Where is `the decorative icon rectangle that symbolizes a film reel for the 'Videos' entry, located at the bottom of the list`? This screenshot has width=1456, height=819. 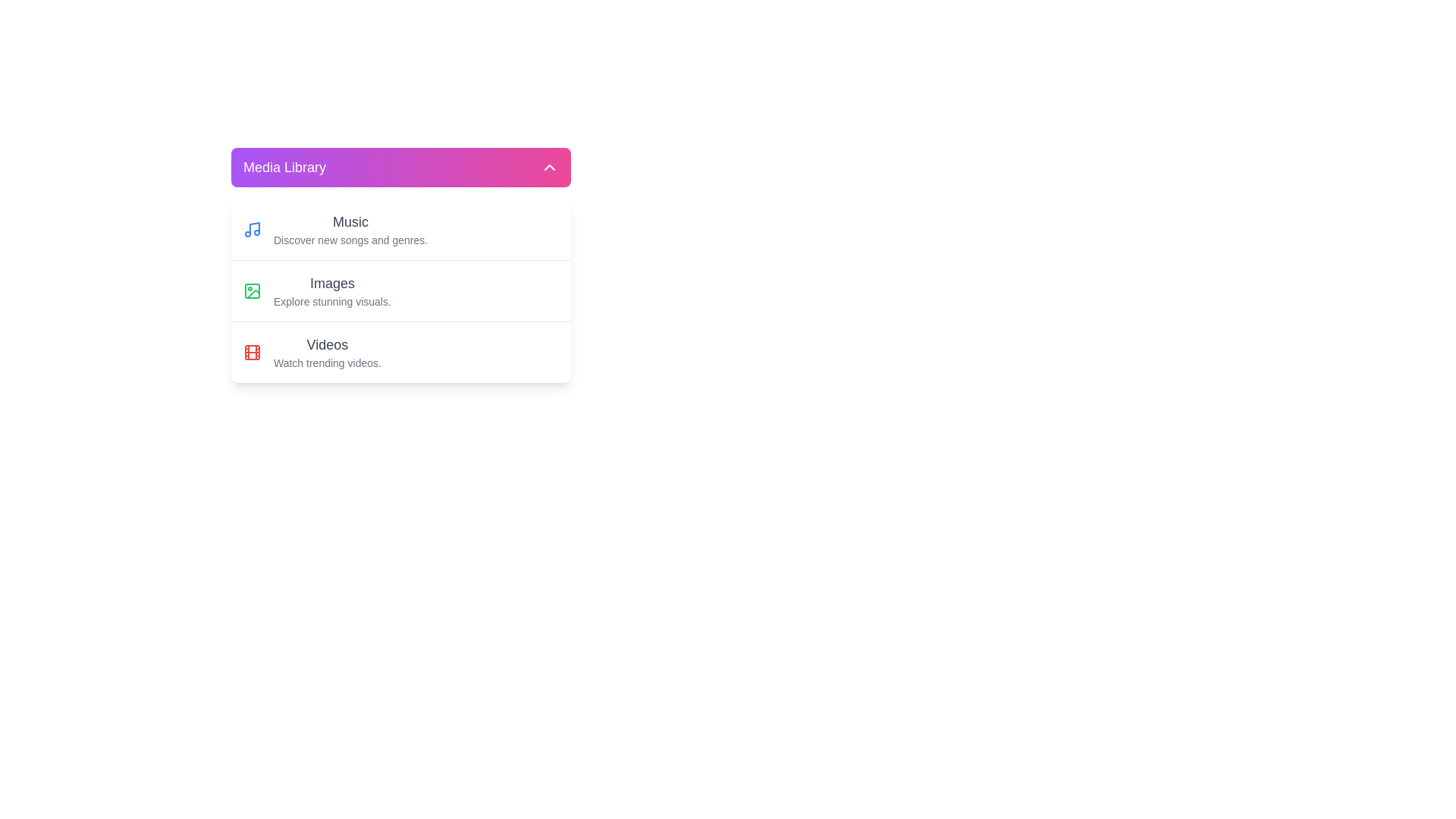 the decorative icon rectangle that symbolizes a film reel for the 'Videos' entry, located at the bottom of the list is located at coordinates (252, 353).